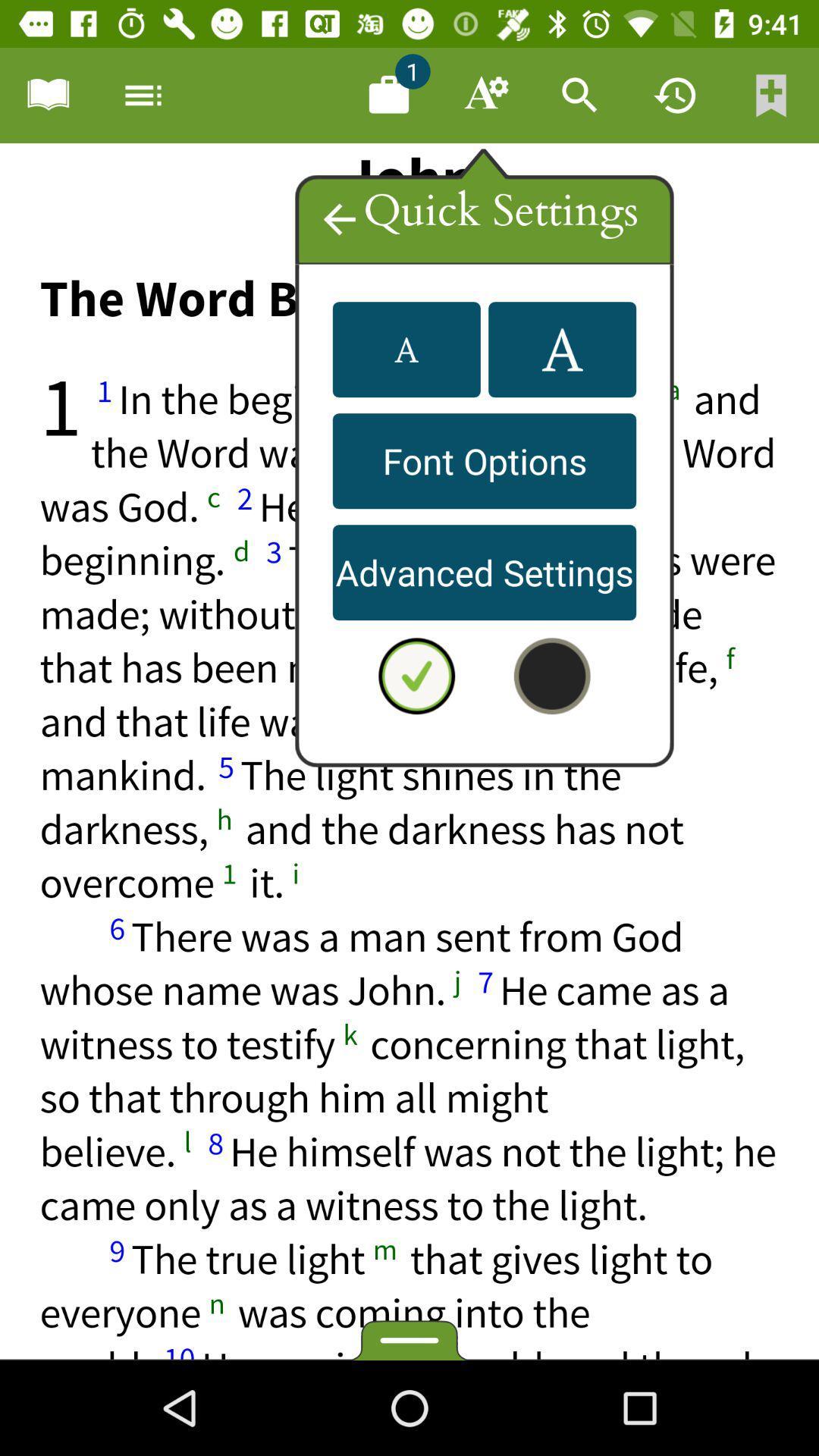 Image resolution: width=819 pixels, height=1456 pixels. I want to click on font size, so click(406, 349).